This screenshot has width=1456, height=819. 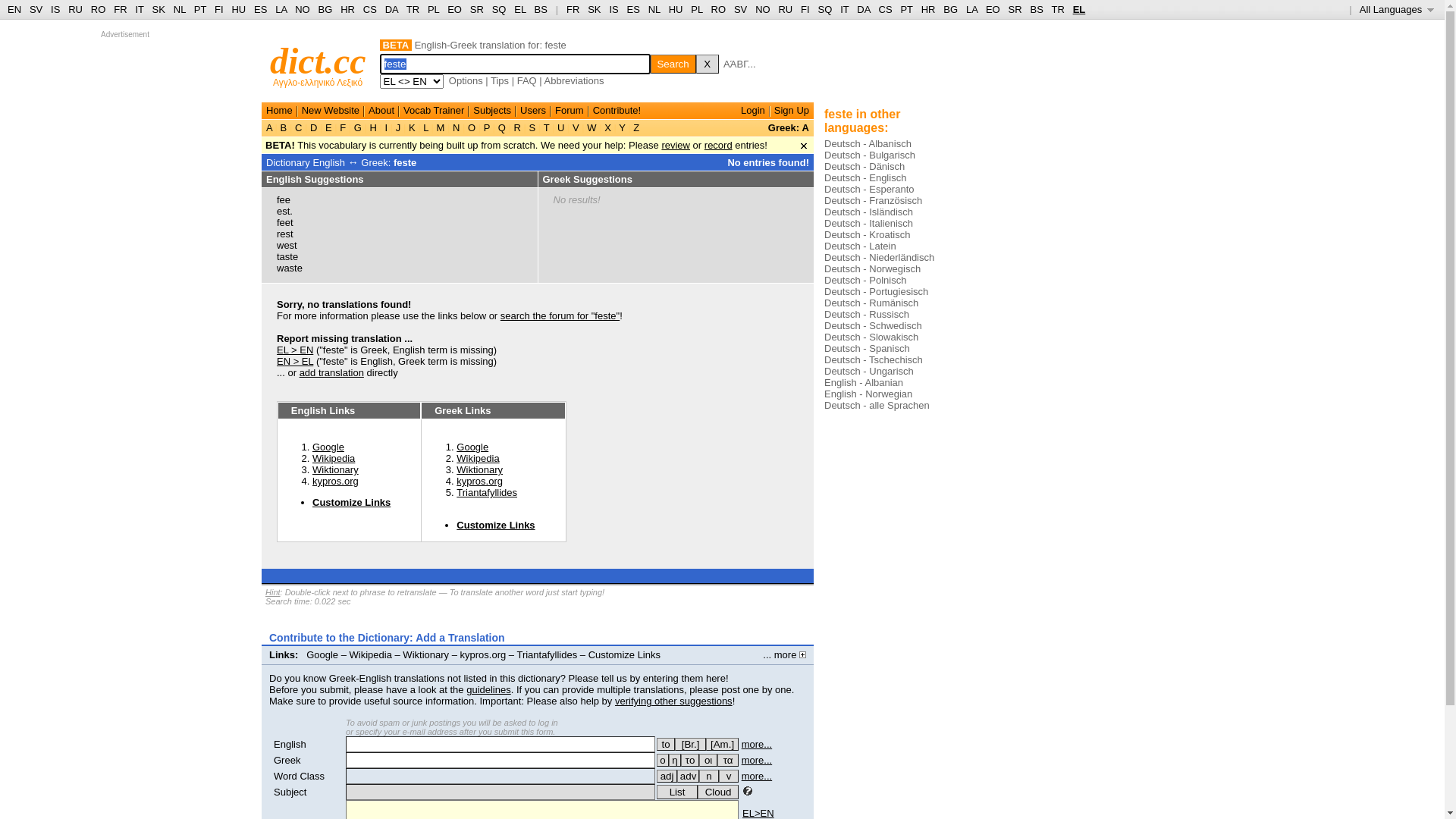 What do you see at coordinates (559, 315) in the screenshot?
I see `'search the forum for "feste"'` at bounding box center [559, 315].